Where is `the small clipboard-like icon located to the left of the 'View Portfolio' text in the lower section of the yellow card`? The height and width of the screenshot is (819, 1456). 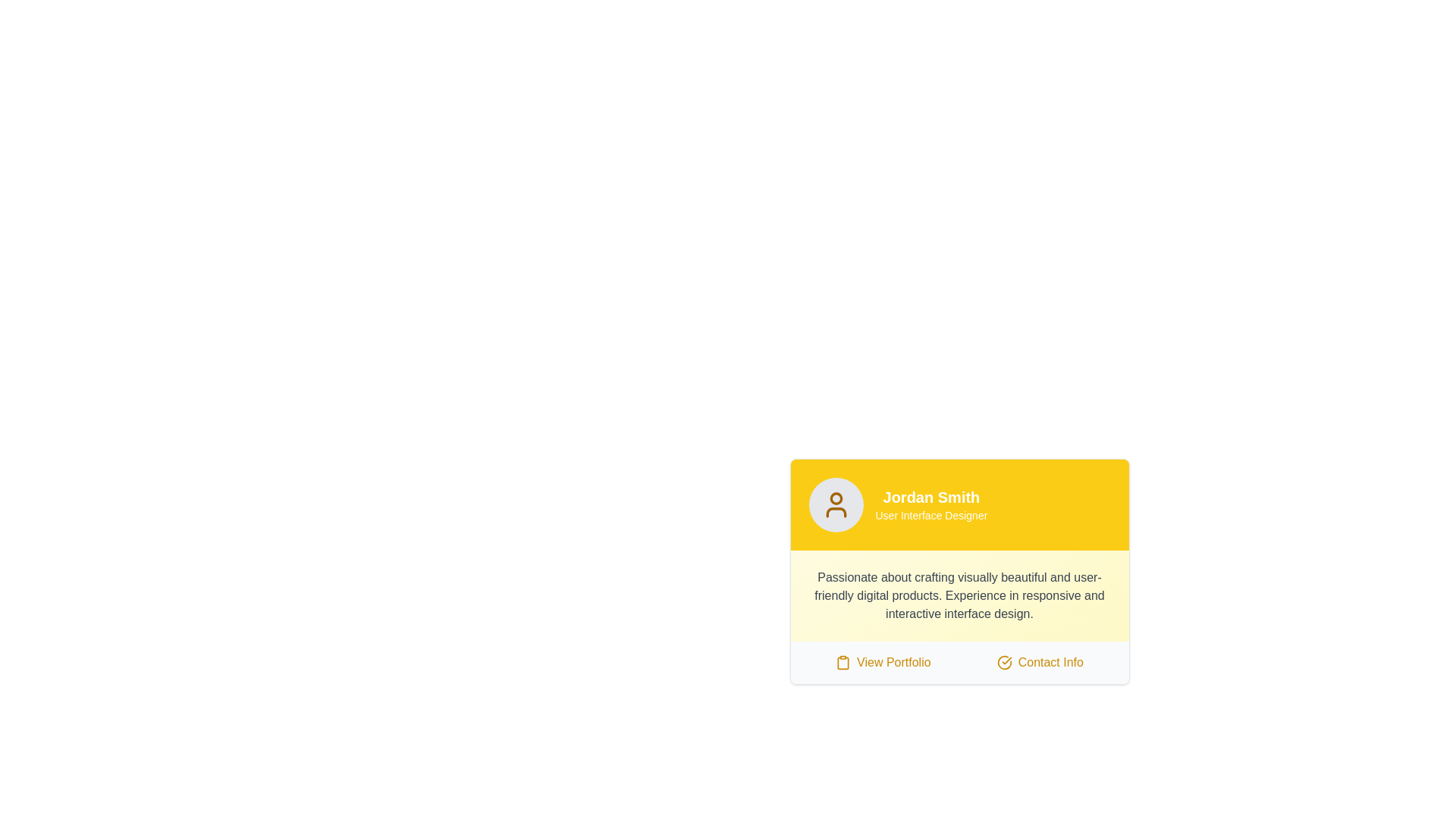
the small clipboard-like icon located to the left of the 'View Portfolio' text in the lower section of the yellow card is located at coordinates (843, 662).